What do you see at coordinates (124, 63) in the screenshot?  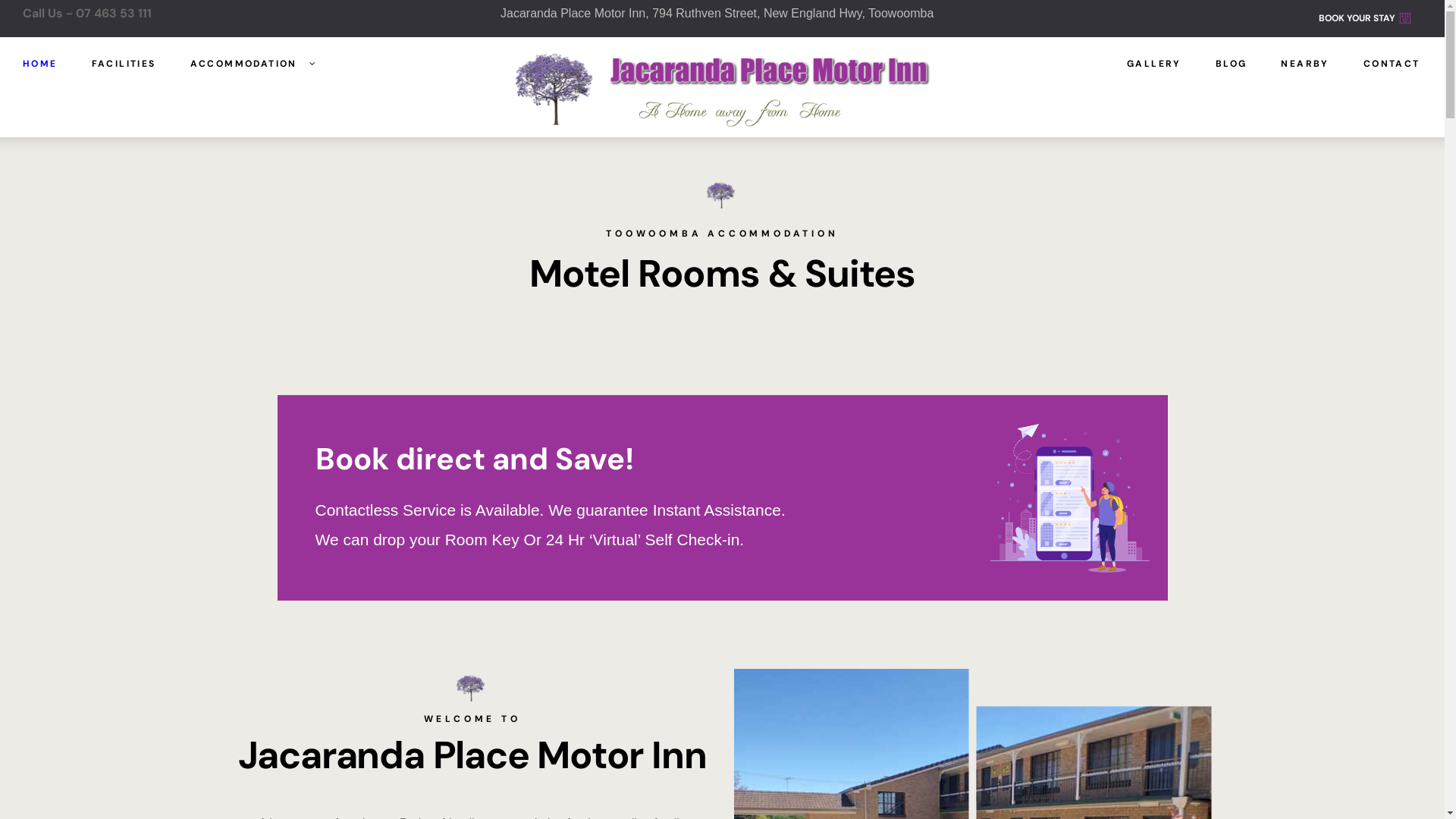 I see `'FACILITIES'` at bounding box center [124, 63].